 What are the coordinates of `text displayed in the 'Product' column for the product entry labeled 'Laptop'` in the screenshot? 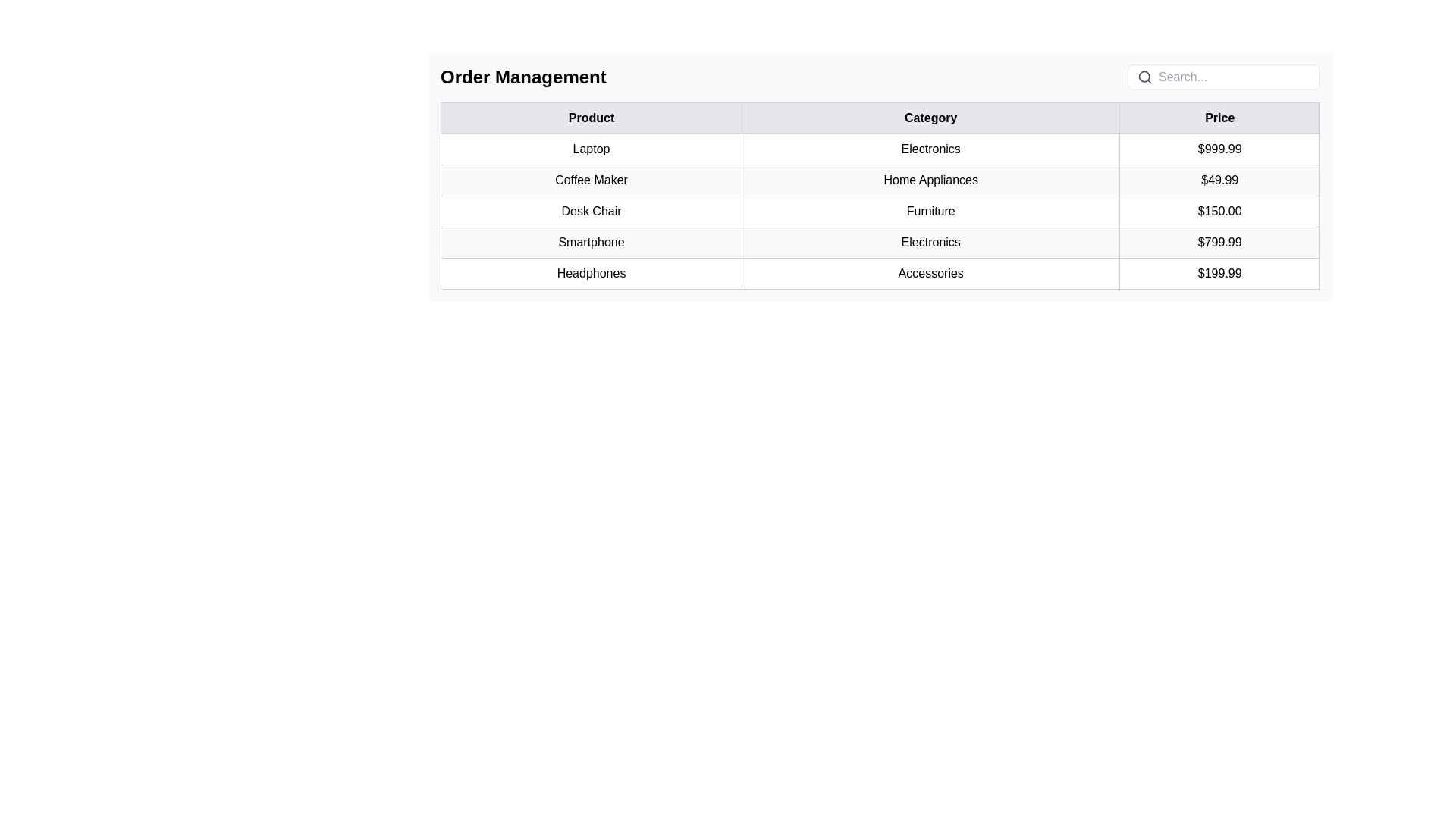 It's located at (591, 149).